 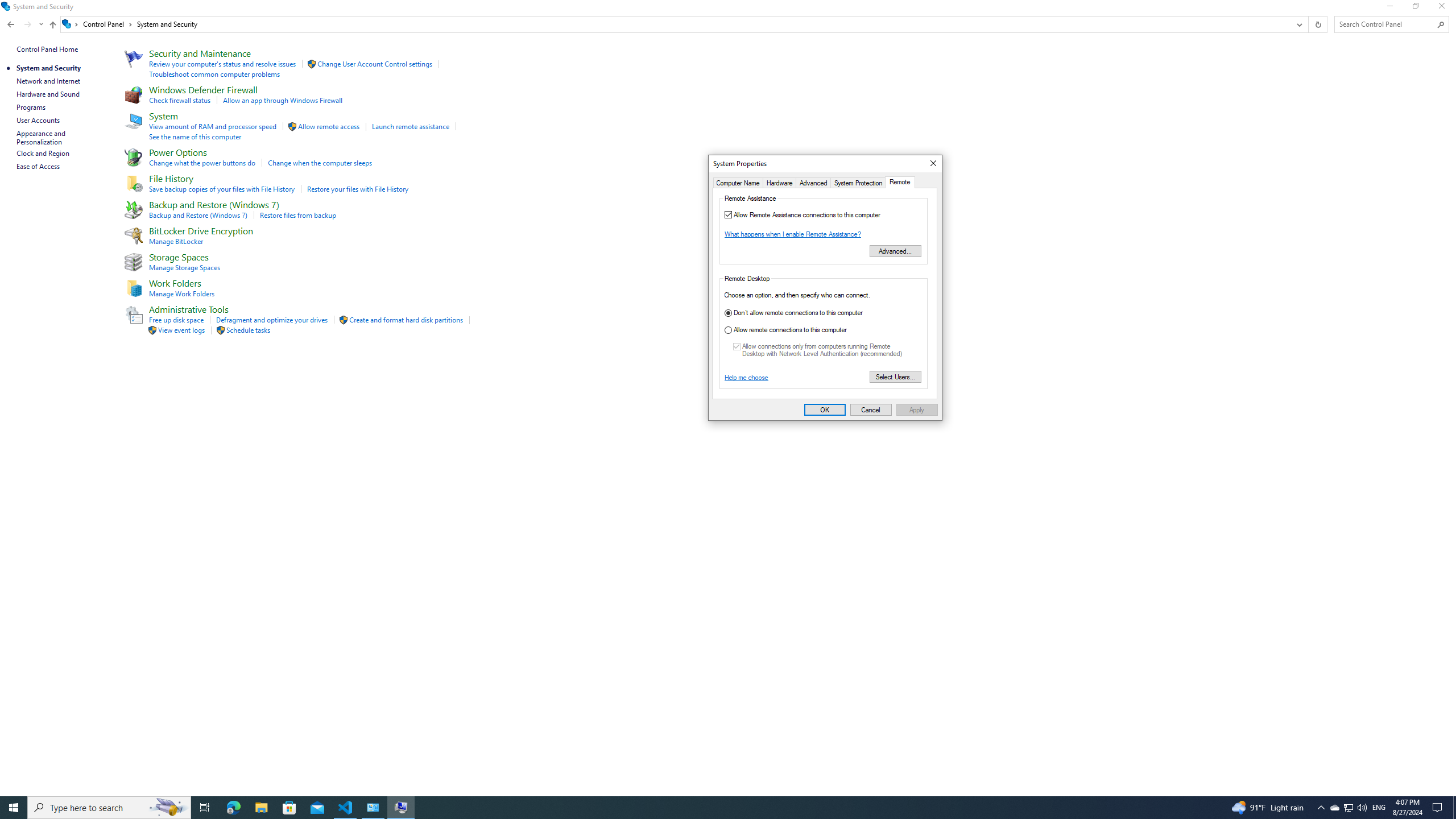 I want to click on 'OK', so click(x=825, y=409).